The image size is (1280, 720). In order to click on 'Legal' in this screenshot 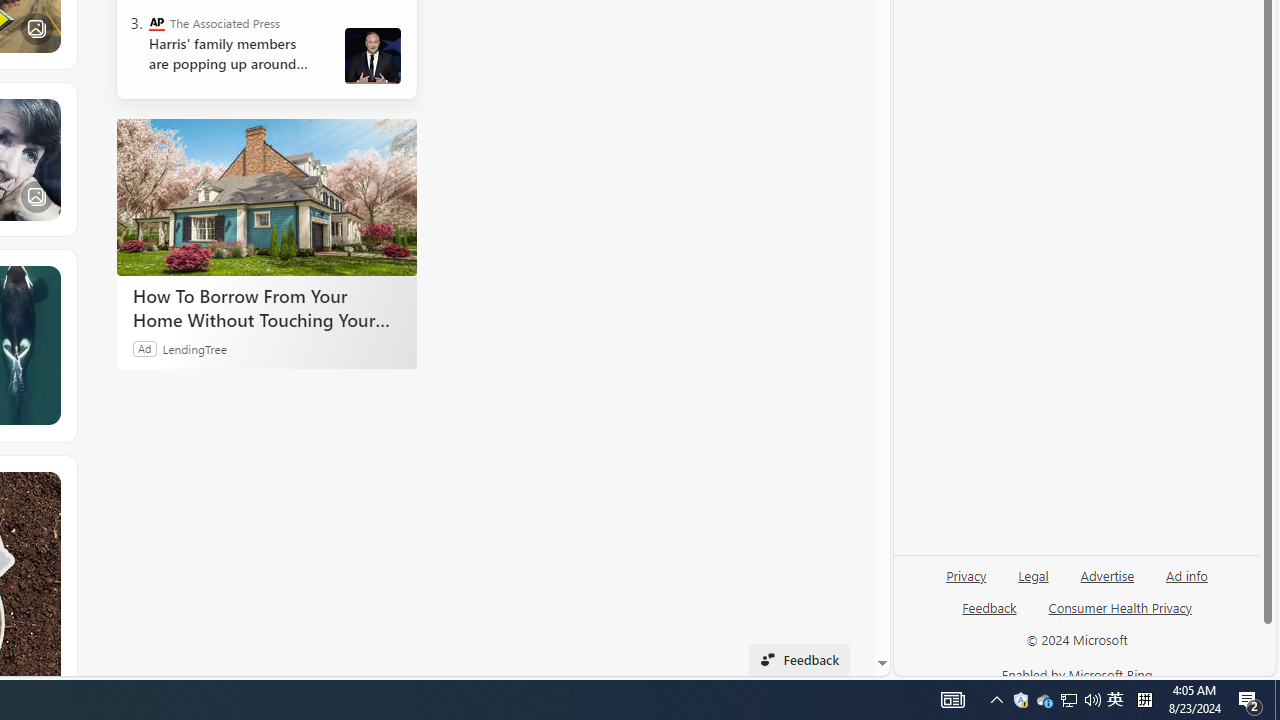, I will do `click(1033, 574)`.